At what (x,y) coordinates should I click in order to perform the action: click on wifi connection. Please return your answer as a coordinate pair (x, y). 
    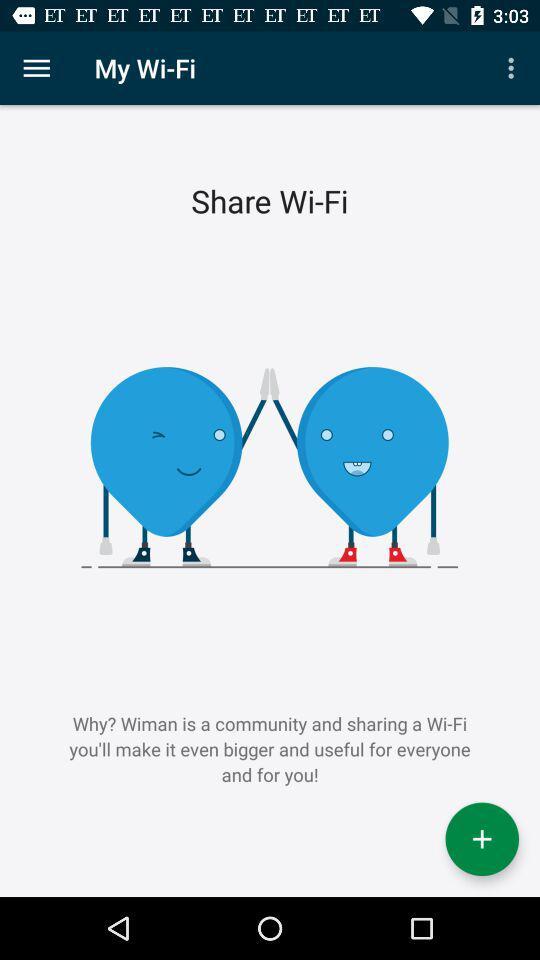
    Looking at the image, I should click on (481, 839).